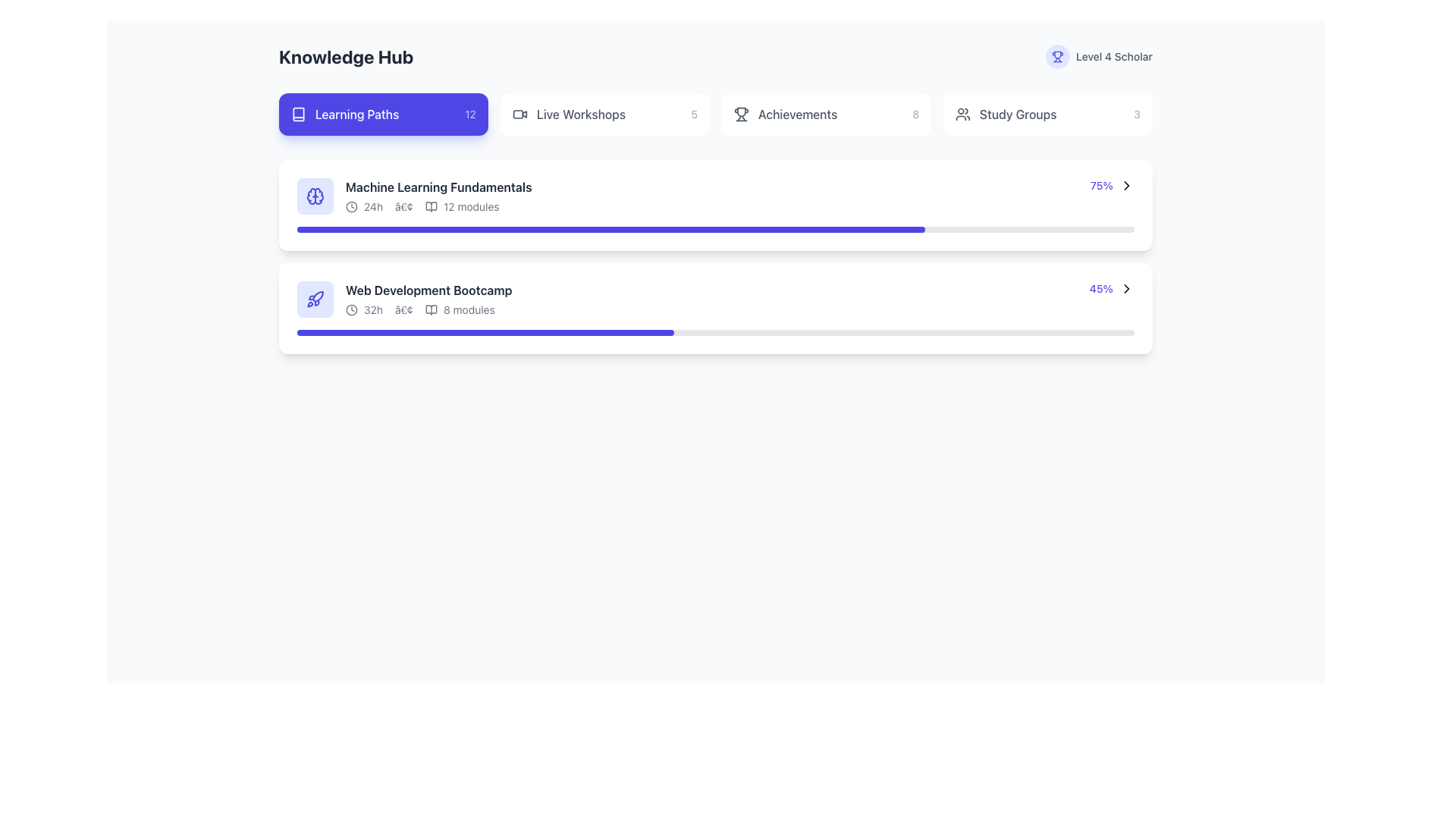  I want to click on the 'Live Workshops' button located in the top central part of the interface, positioned to the right of 'Learning Paths' and to the left of 'Achievements', so click(604, 113).